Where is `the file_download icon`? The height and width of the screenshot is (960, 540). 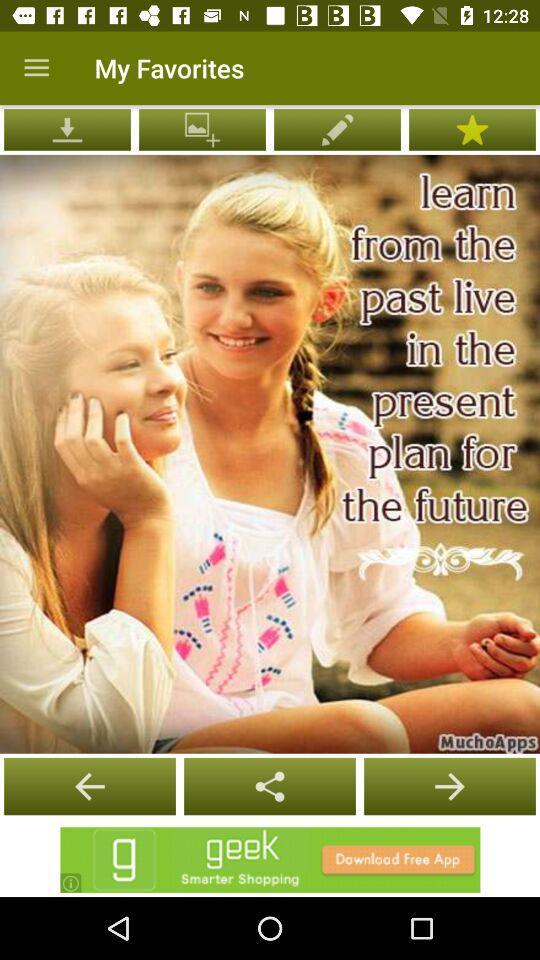 the file_download icon is located at coordinates (67, 128).